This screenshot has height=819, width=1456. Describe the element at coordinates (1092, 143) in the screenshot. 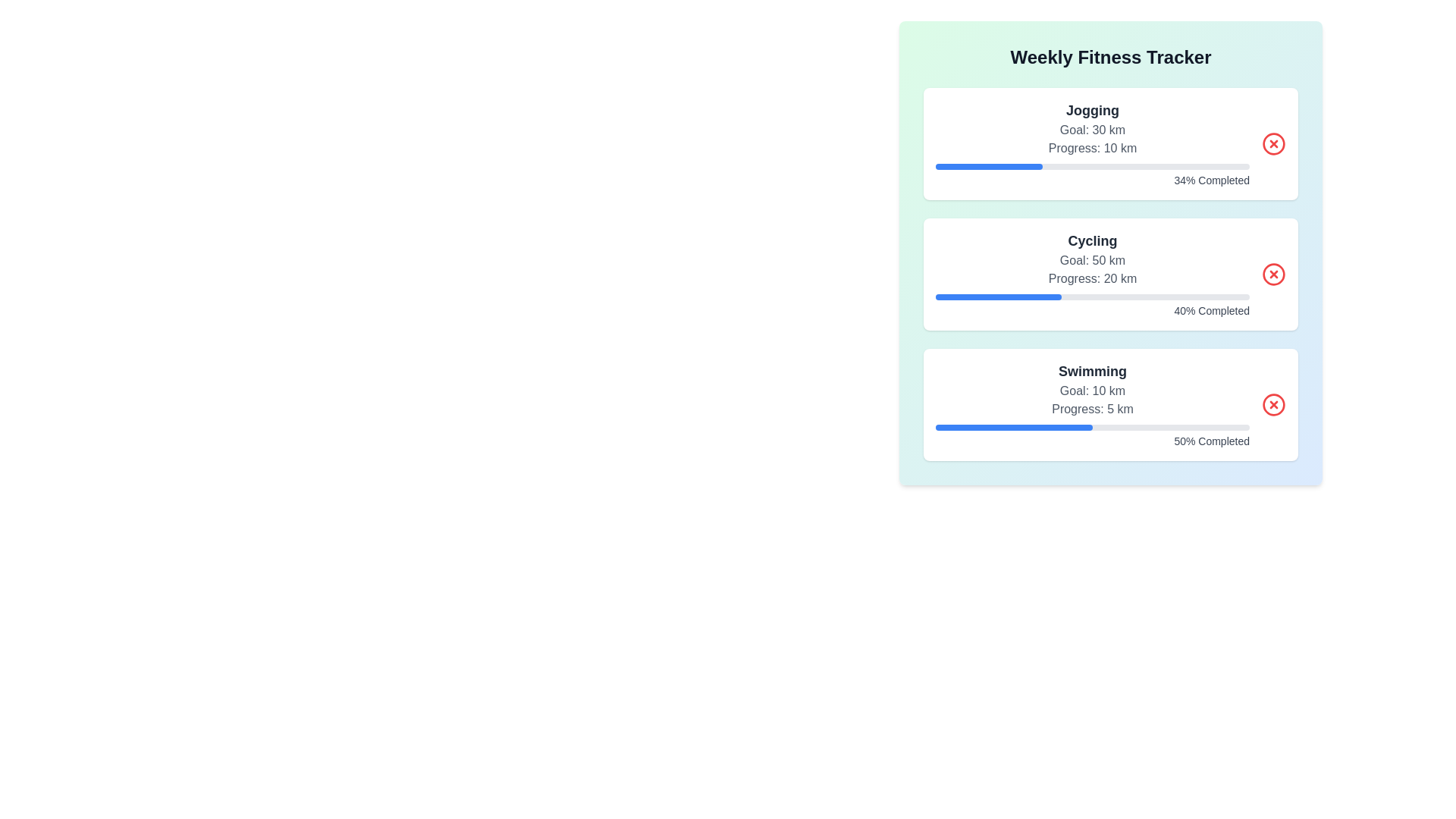

I see `the Activity progress summary block displaying the jogging activity, which includes the title 'Jogging', goal 'Goal: 30 km', current progress 'Progress: 10 km', and a visual progress bar indicating 34% completion` at that location.